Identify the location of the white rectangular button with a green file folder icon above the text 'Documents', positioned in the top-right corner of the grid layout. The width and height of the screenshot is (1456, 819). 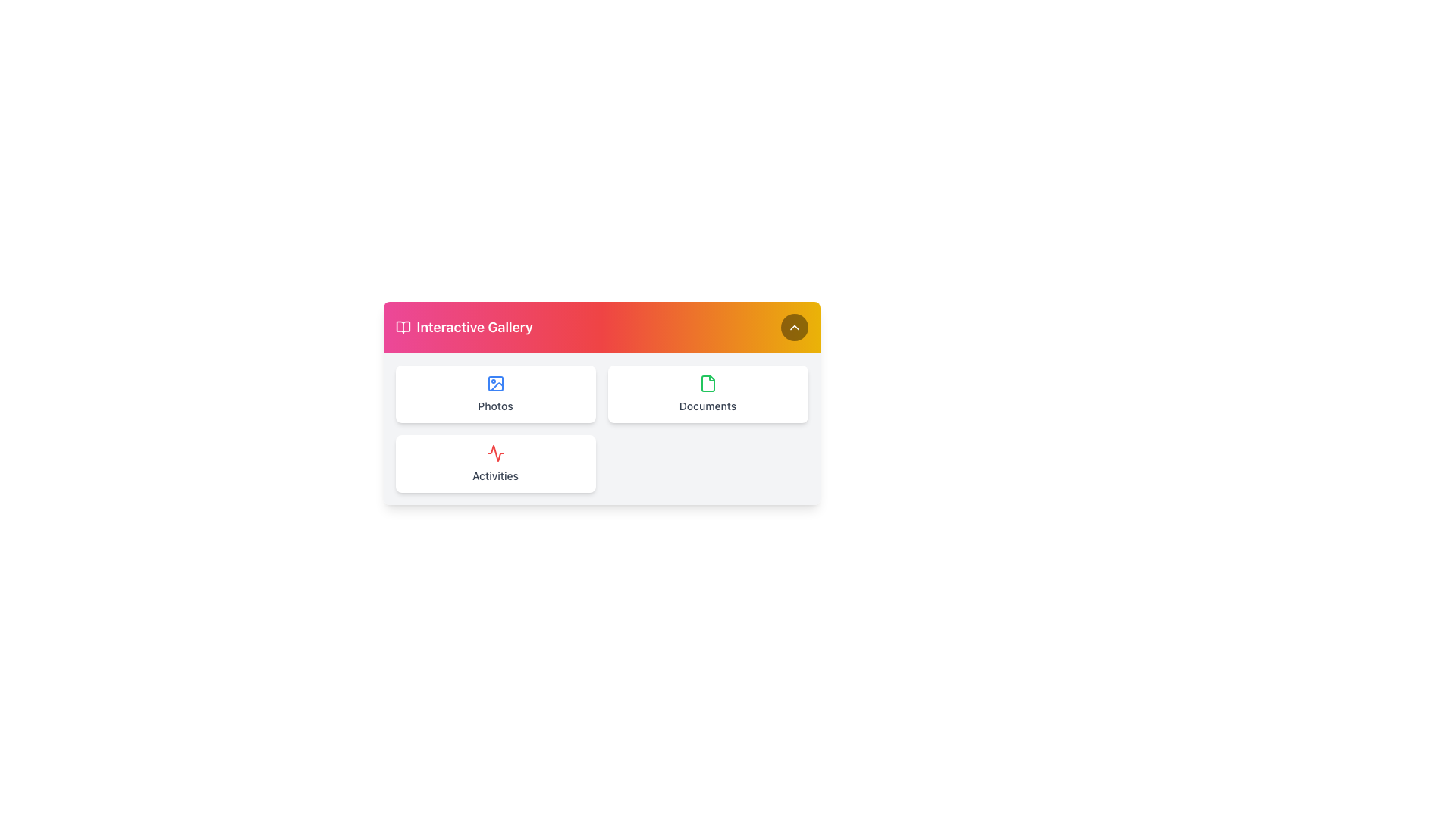
(707, 394).